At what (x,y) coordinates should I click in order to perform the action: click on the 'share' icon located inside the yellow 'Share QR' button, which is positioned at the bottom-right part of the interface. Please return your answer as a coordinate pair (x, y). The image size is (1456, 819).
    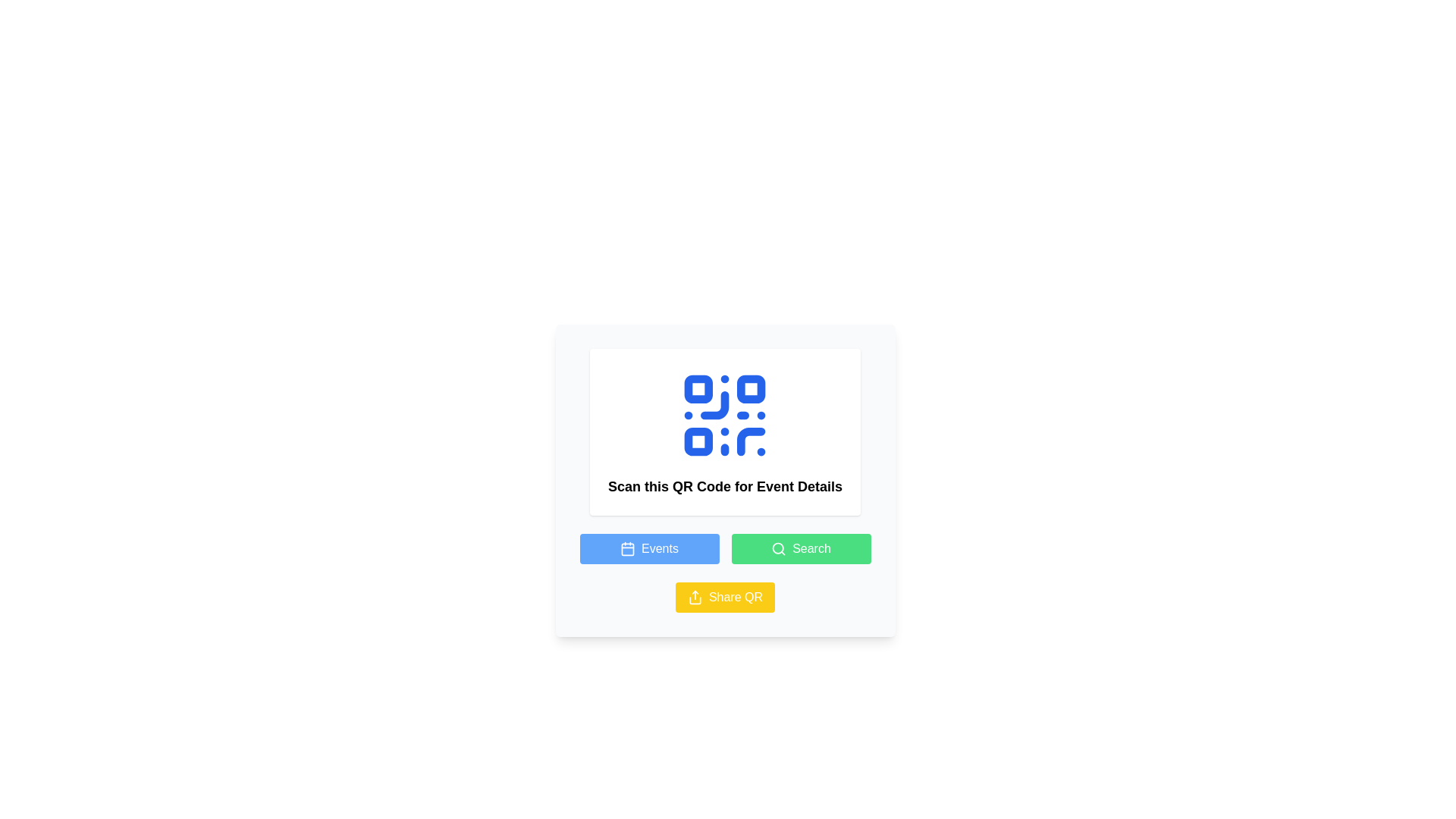
    Looking at the image, I should click on (694, 596).